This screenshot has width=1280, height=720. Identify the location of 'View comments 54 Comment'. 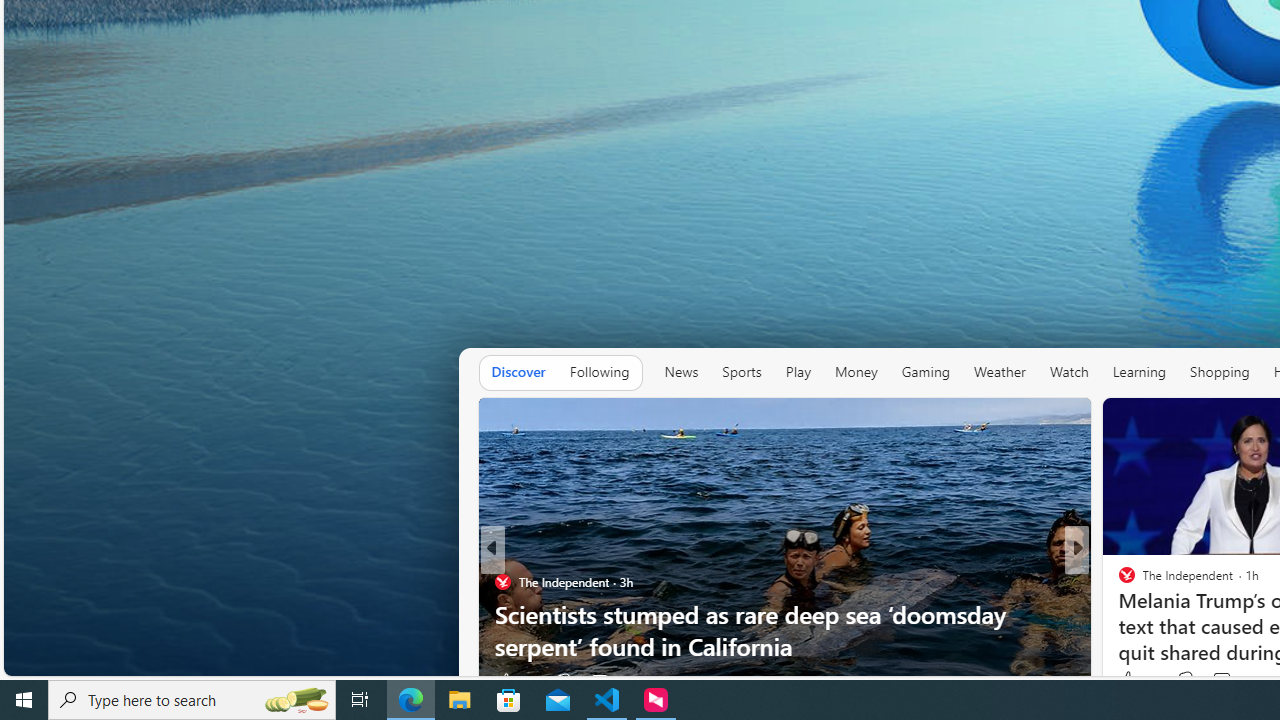
(1214, 680).